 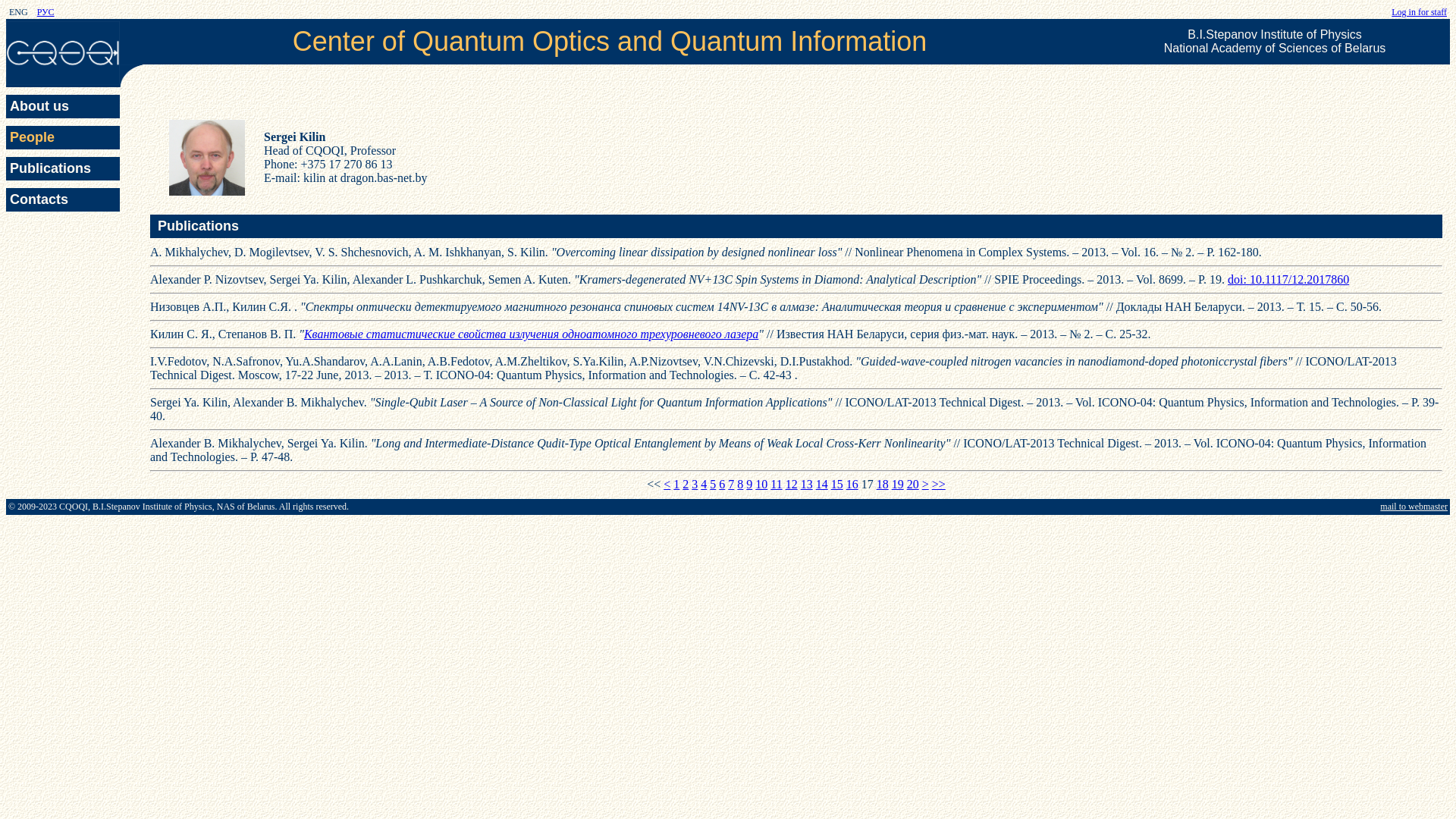 What do you see at coordinates (836, 484) in the screenshot?
I see `'15'` at bounding box center [836, 484].